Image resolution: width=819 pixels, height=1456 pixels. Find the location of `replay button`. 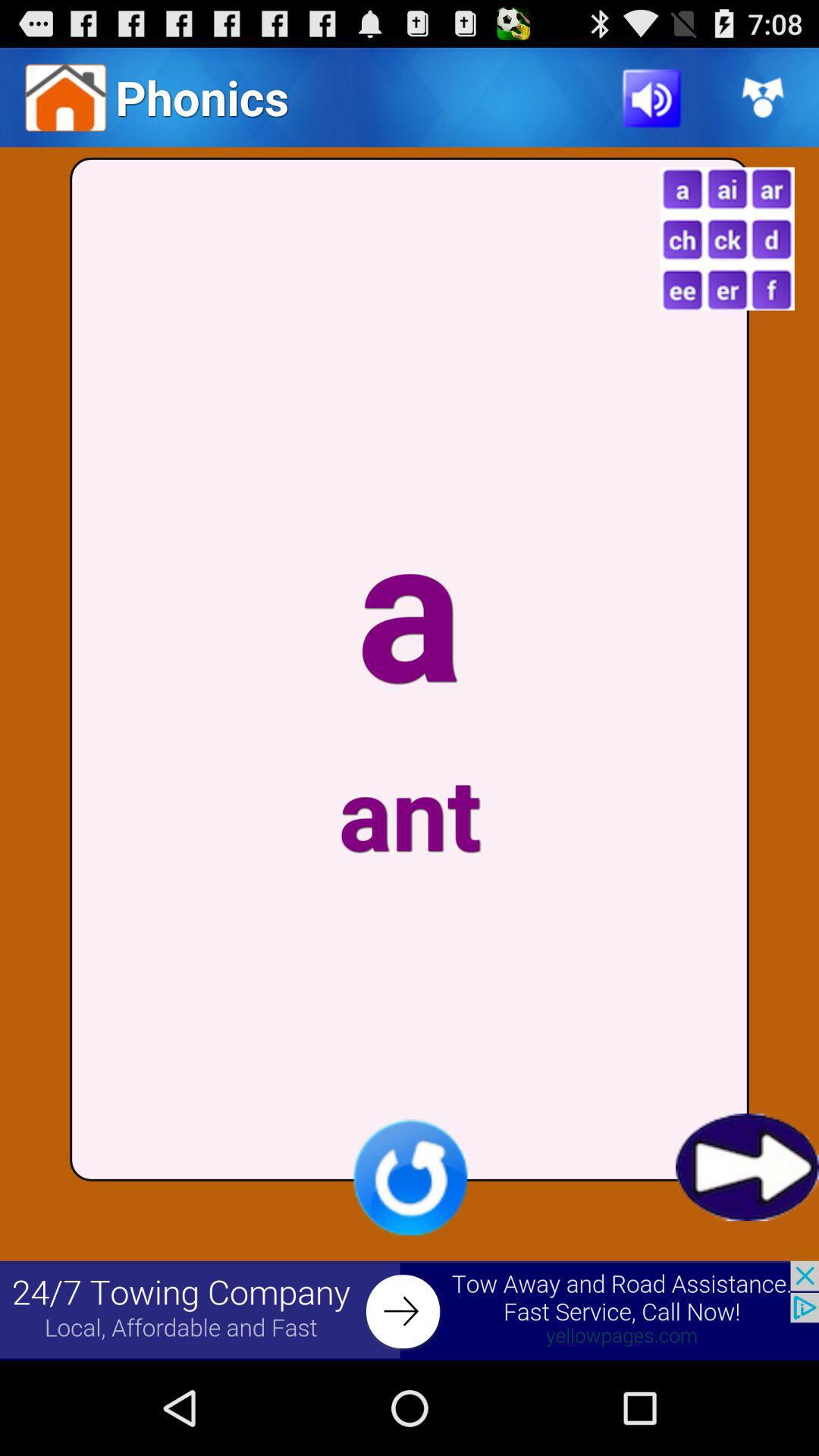

replay button is located at coordinates (409, 1176).